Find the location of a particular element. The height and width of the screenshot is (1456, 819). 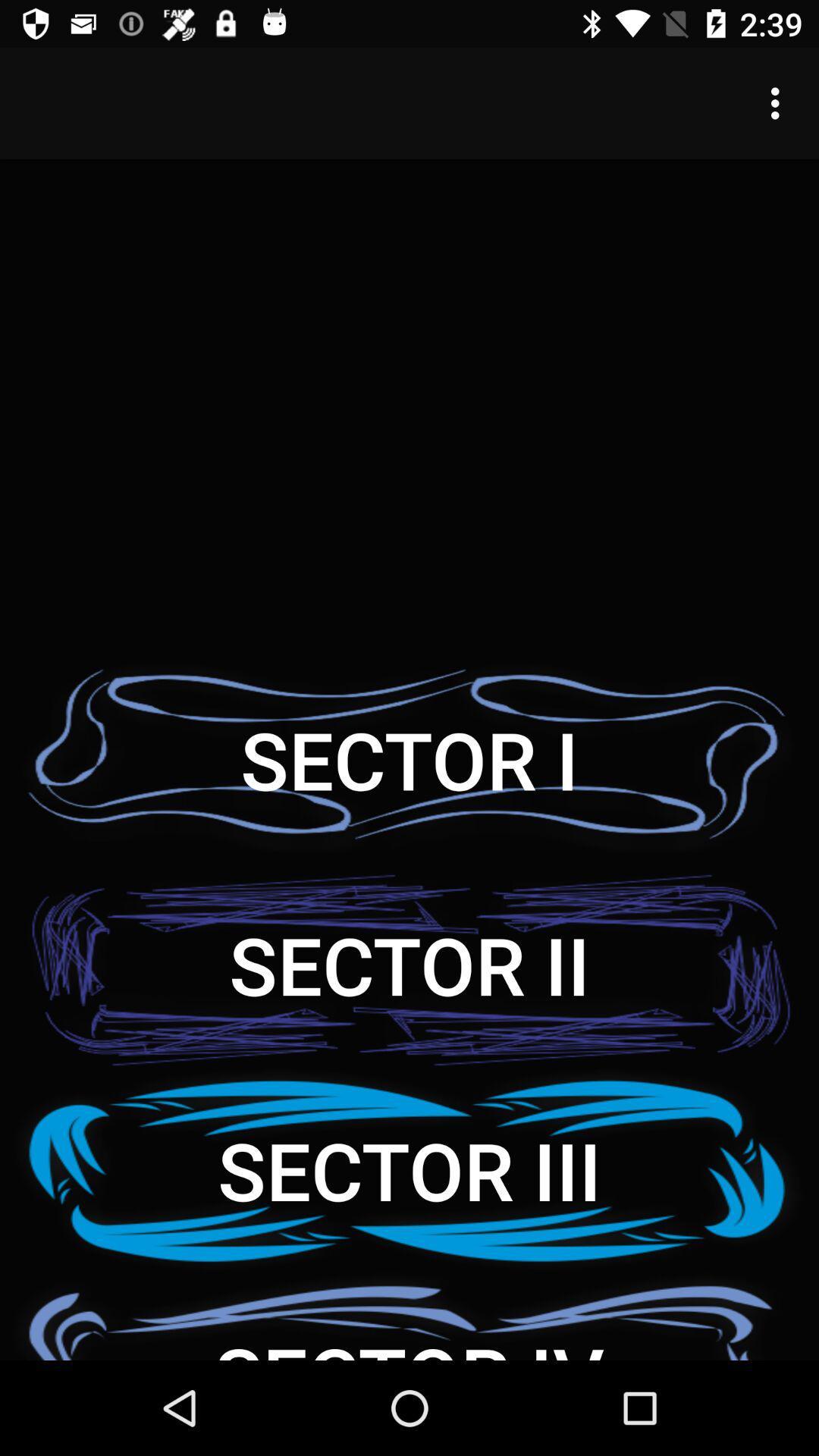

sector iii icon is located at coordinates (409, 1169).